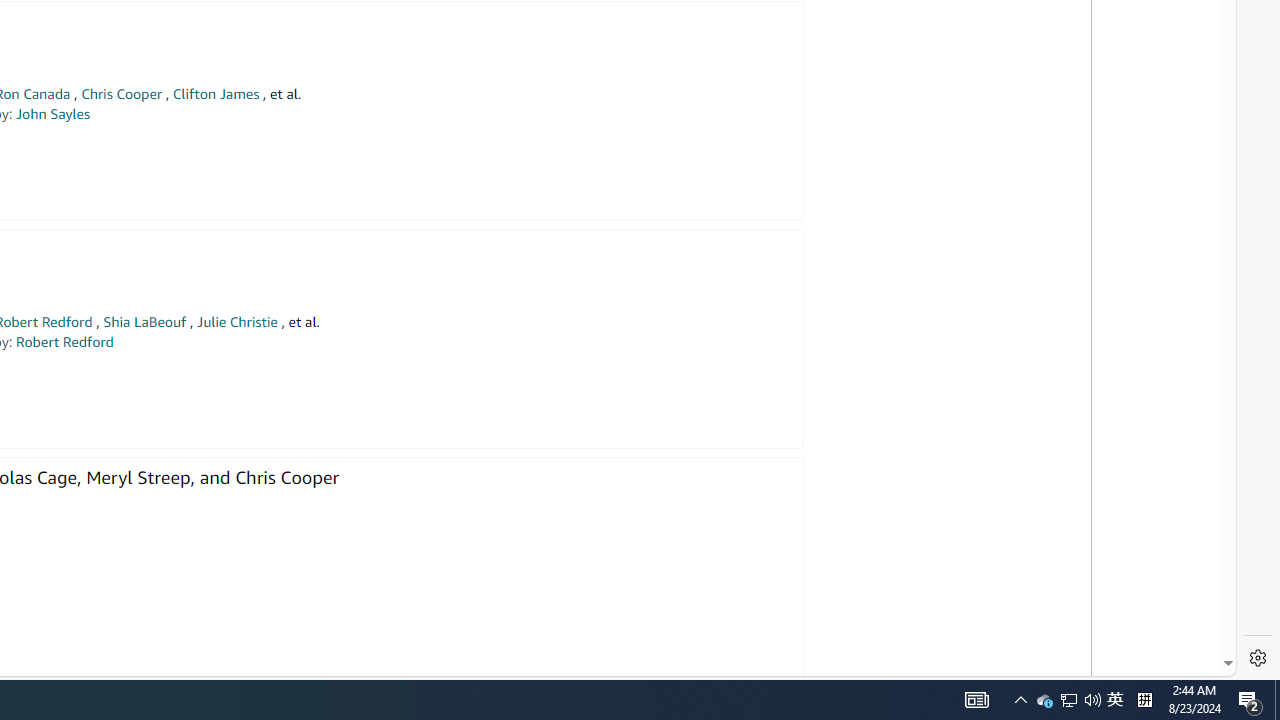 The width and height of the screenshot is (1280, 720). What do you see at coordinates (215, 94) in the screenshot?
I see `'Clifton James'` at bounding box center [215, 94].